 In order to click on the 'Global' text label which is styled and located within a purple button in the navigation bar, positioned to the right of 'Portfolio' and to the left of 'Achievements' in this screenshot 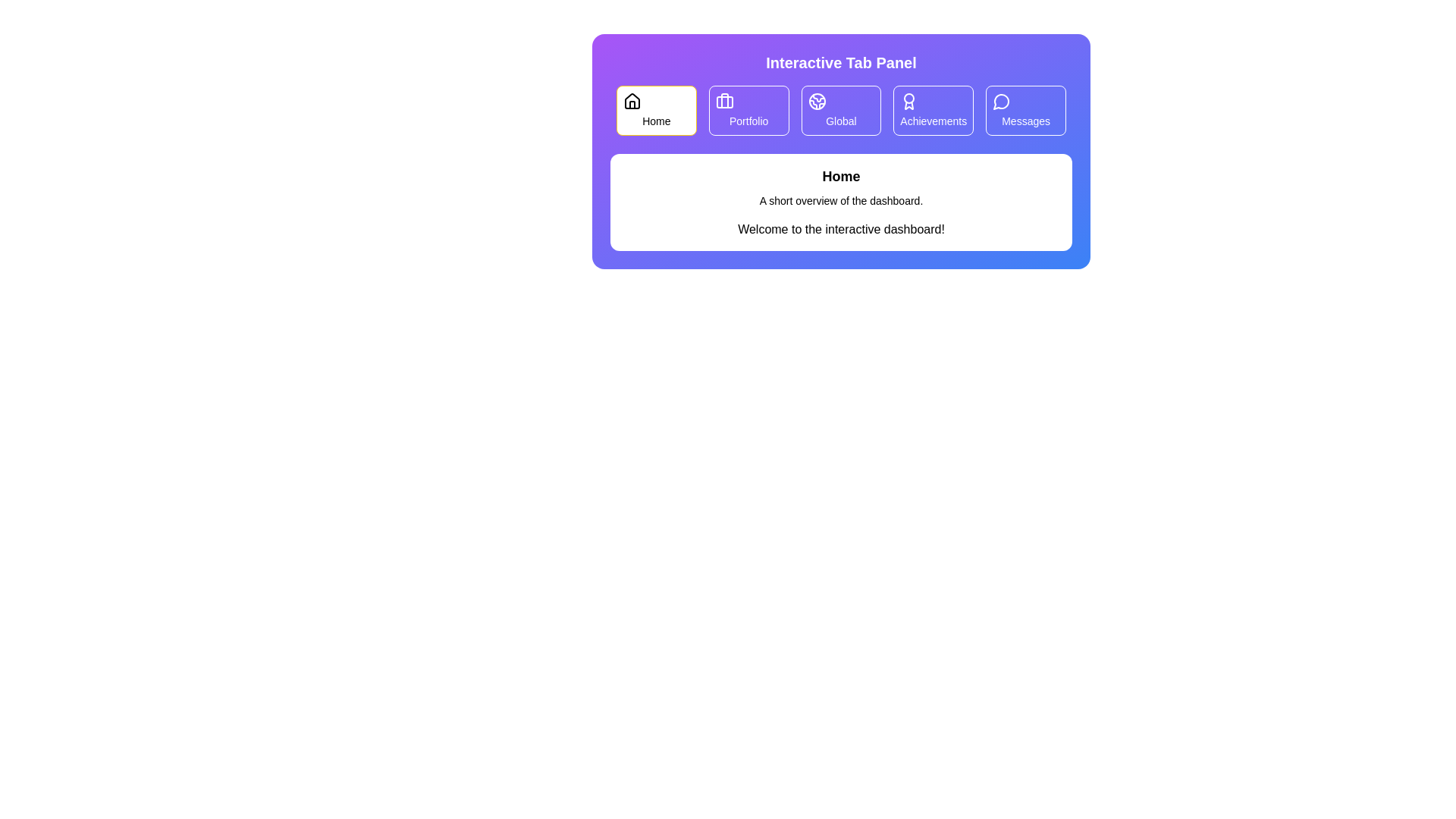, I will do `click(840, 120)`.